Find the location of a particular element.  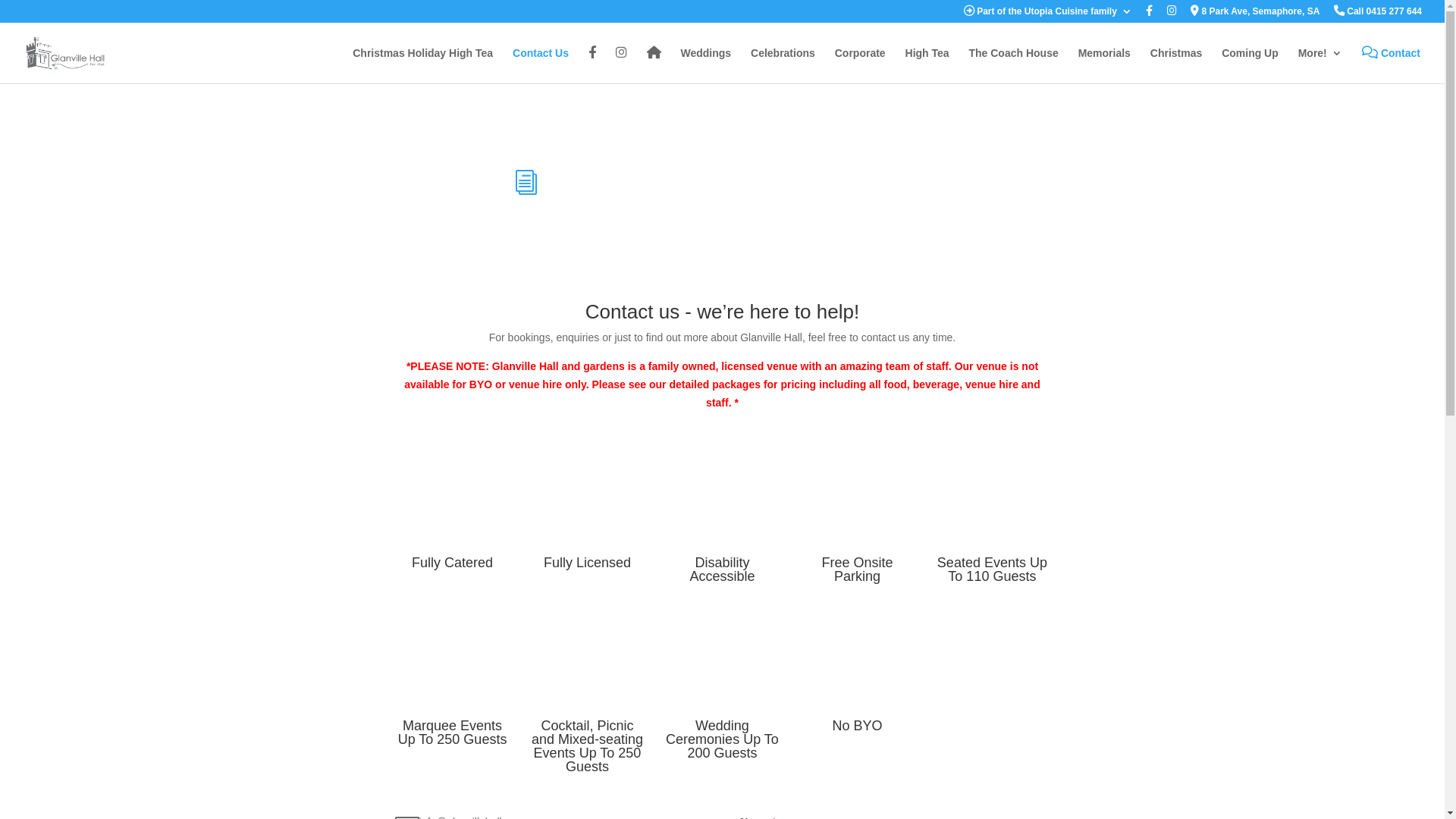

'8 Park Ave, Semaphore, SA' is located at coordinates (1255, 14).